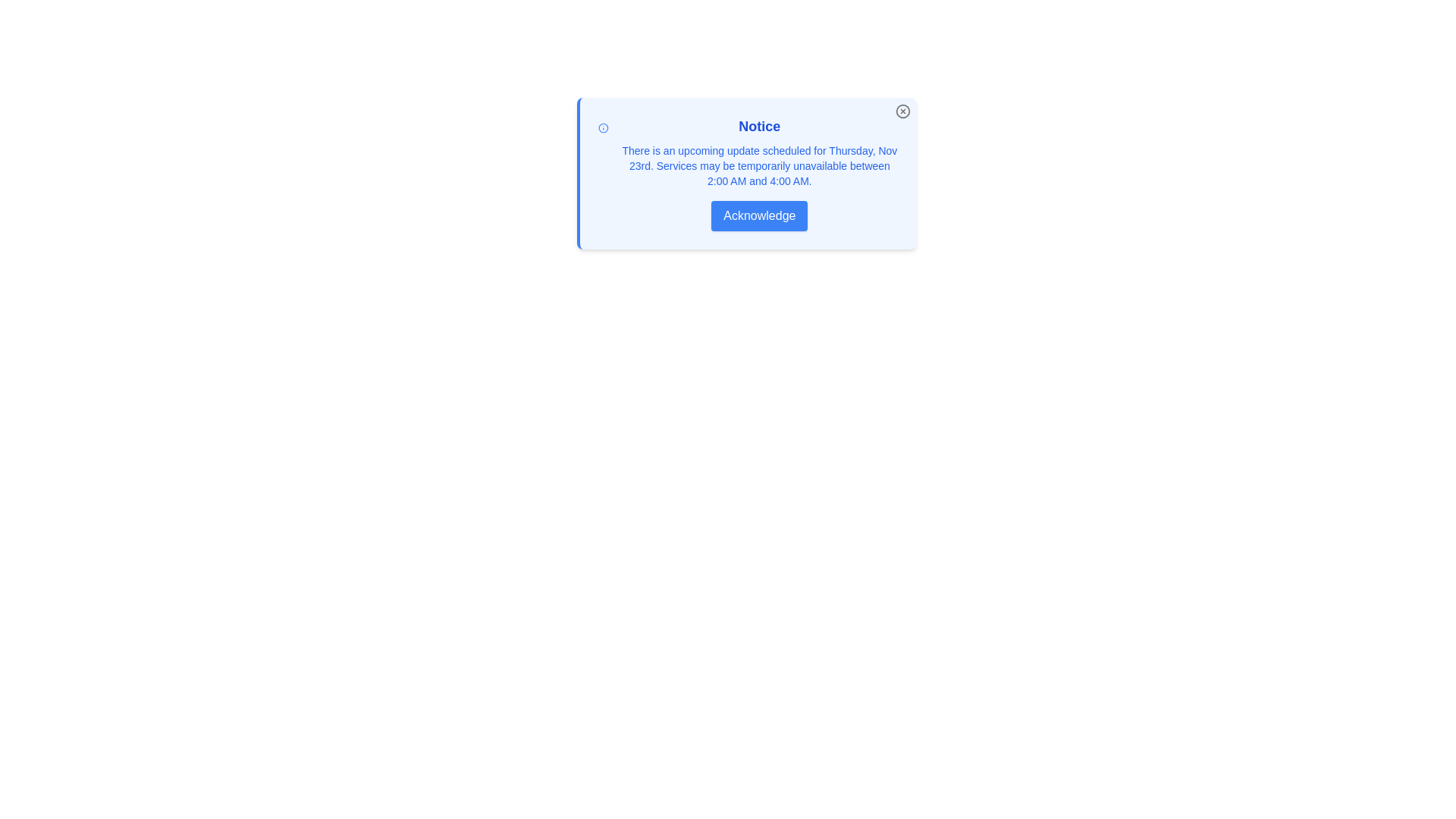 This screenshot has width=1456, height=819. What do you see at coordinates (759, 166) in the screenshot?
I see `the static text element that conveys important information about a scheduled update, located below the 'Notice' heading and above the 'Acknowledge' button` at bounding box center [759, 166].